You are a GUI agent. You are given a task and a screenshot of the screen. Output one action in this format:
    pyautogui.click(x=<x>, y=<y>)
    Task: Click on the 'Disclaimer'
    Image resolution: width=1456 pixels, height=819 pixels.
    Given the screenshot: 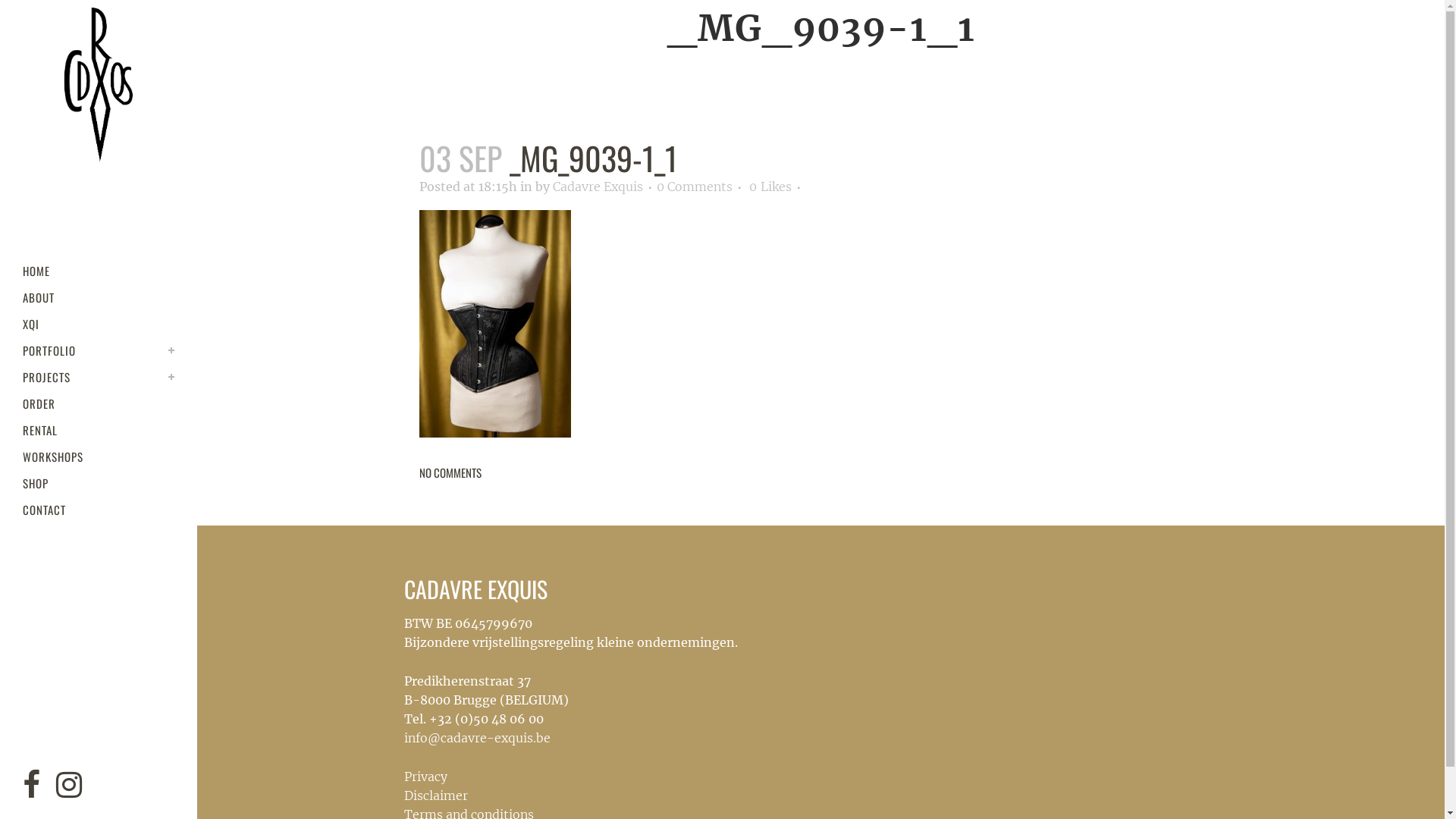 What is the action you would take?
    pyautogui.click(x=435, y=795)
    